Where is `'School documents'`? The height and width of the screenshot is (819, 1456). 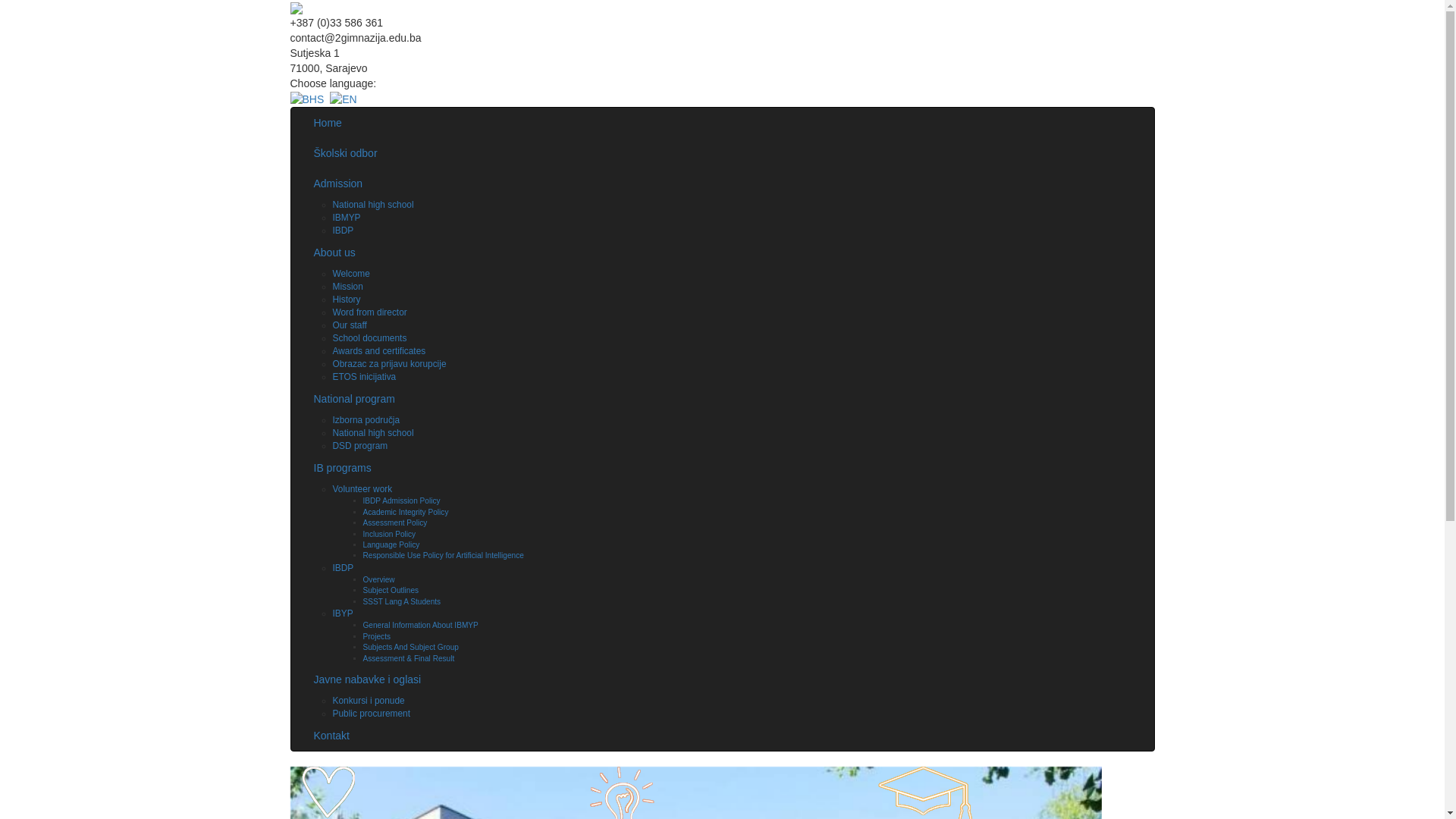
'School documents' is located at coordinates (369, 337).